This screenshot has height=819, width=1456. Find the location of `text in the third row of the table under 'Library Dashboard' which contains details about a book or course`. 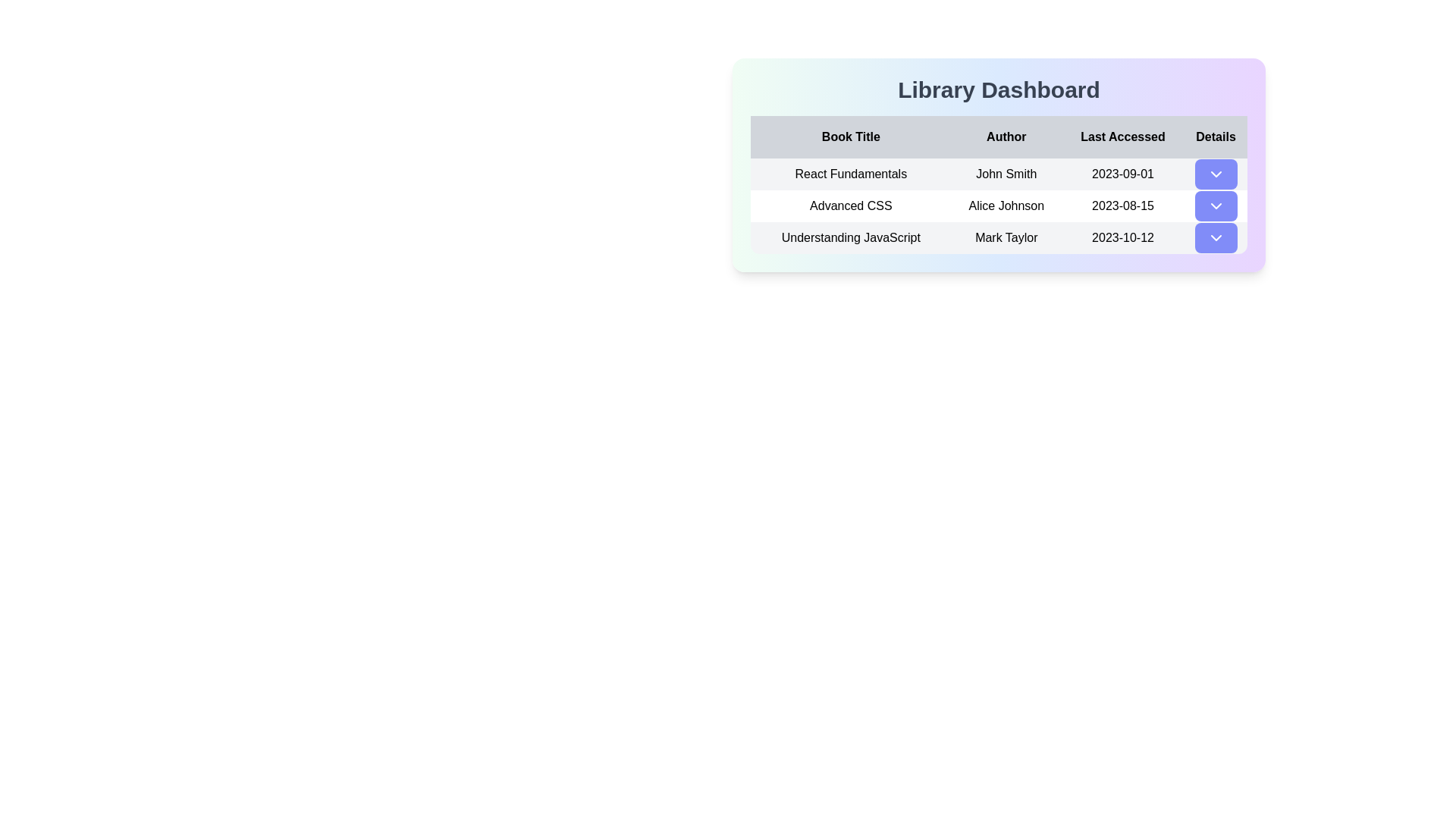

text in the third row of the table under 'Library Dashboard' which contains details about a book or course is located at coordinates (999, 237).